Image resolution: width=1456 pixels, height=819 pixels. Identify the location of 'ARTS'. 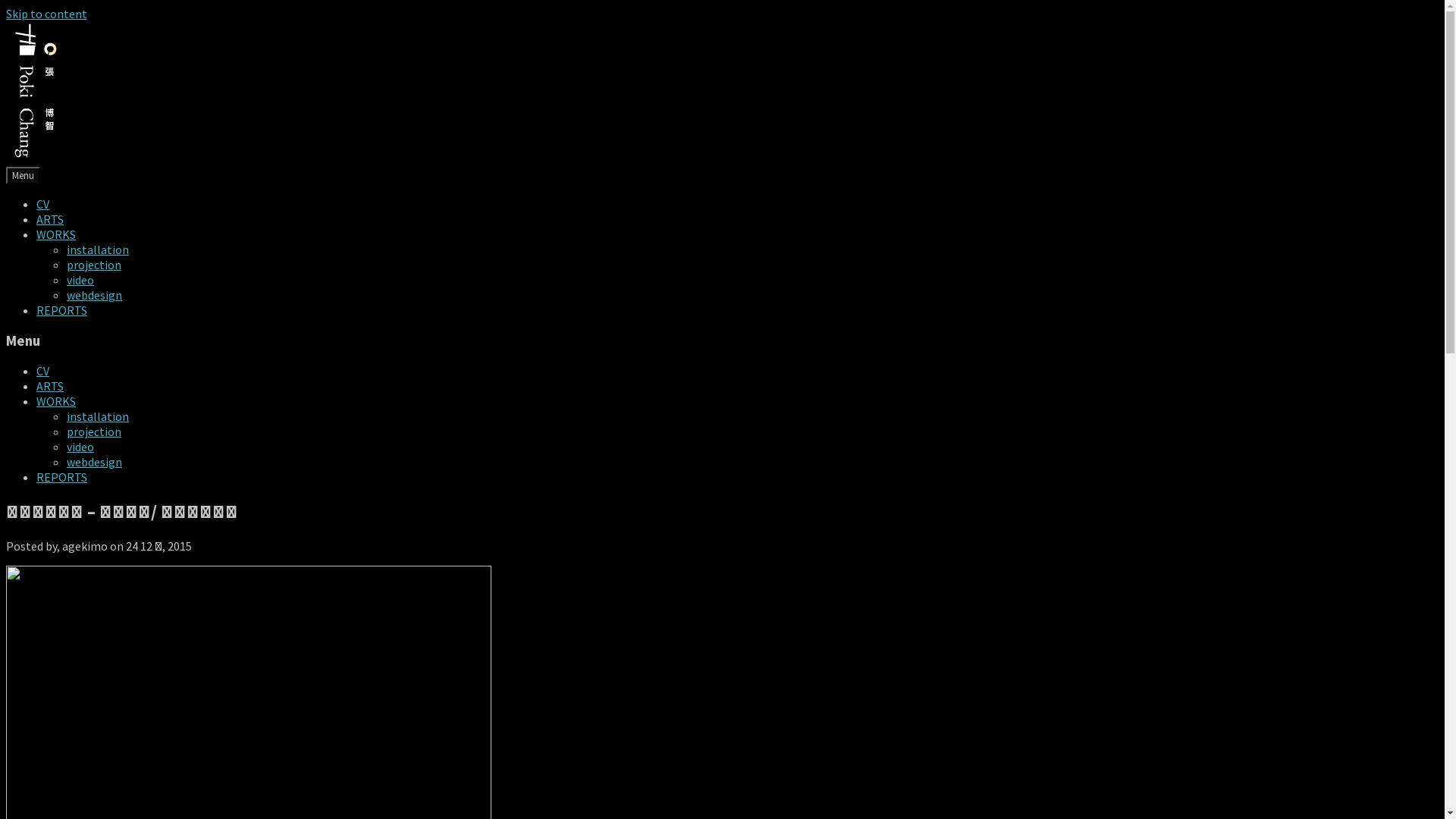
(50, 219).